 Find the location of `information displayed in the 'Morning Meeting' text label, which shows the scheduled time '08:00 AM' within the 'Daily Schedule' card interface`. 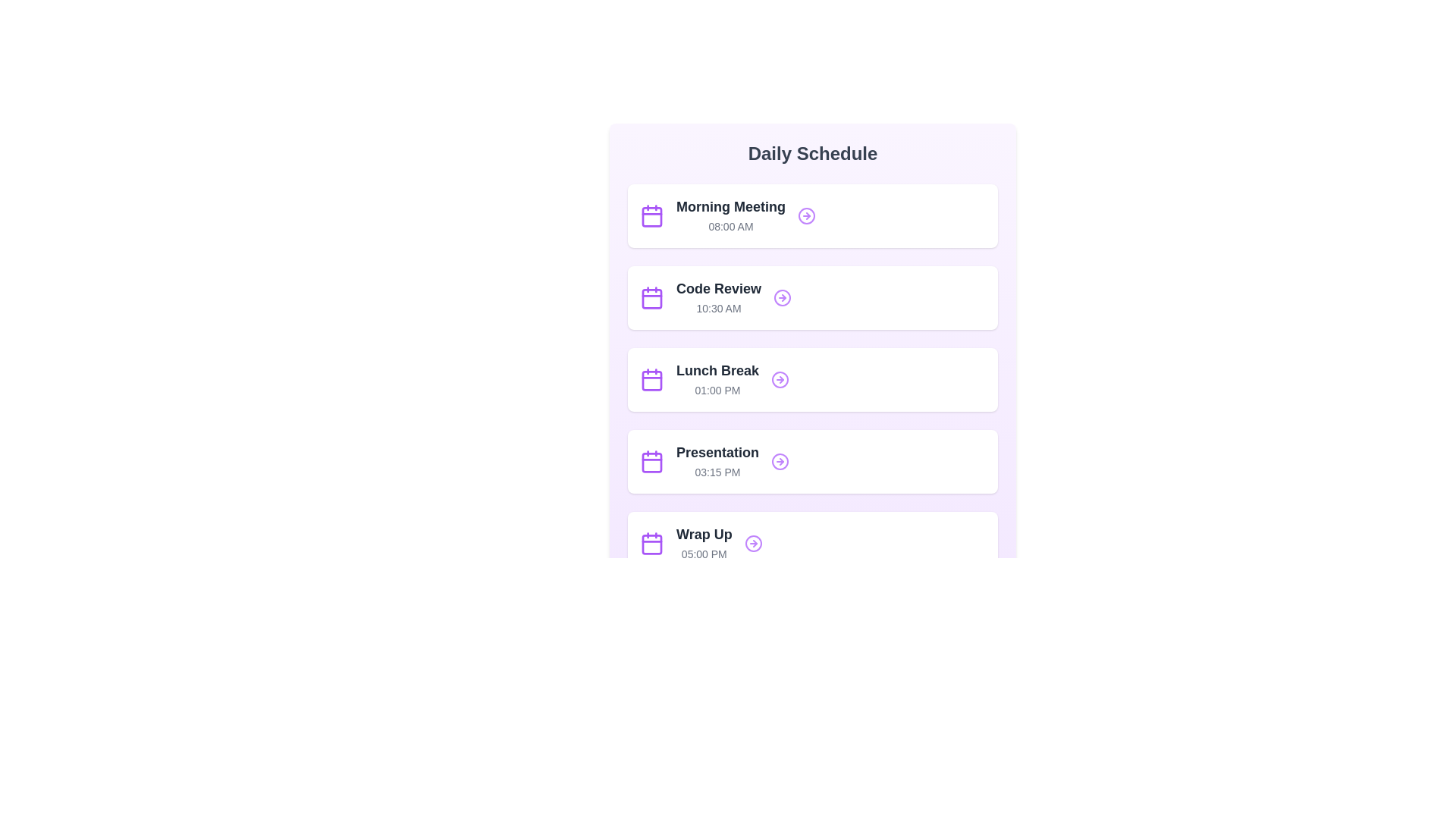

information displayed in the 'Morning Meeting' text label, which shows the scheduled time '08:00 AM' within the 'Daily Schedule' card interface is located at coordinates (731, 216).